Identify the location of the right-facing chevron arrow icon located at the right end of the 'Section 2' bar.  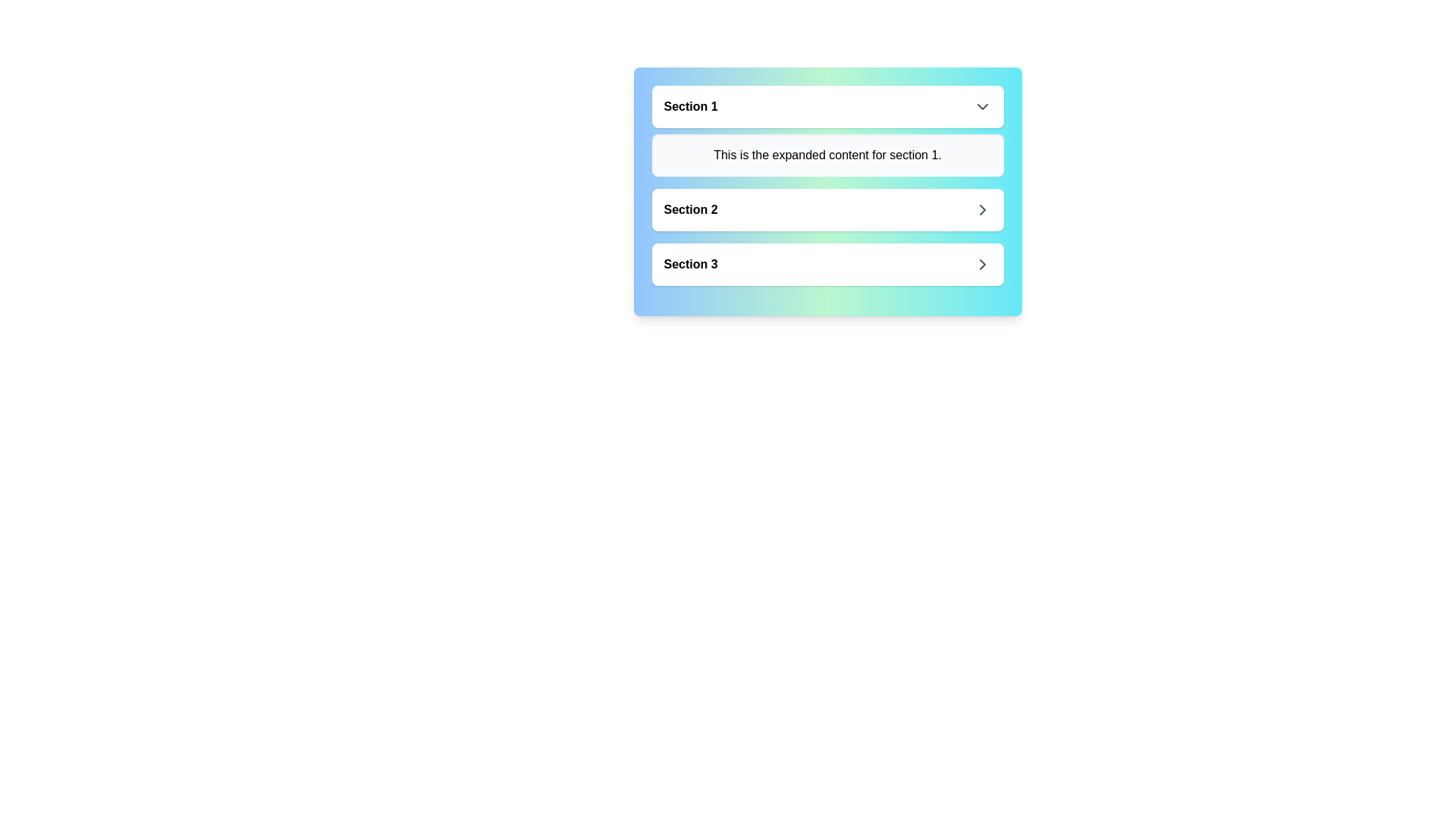
(982, 210).